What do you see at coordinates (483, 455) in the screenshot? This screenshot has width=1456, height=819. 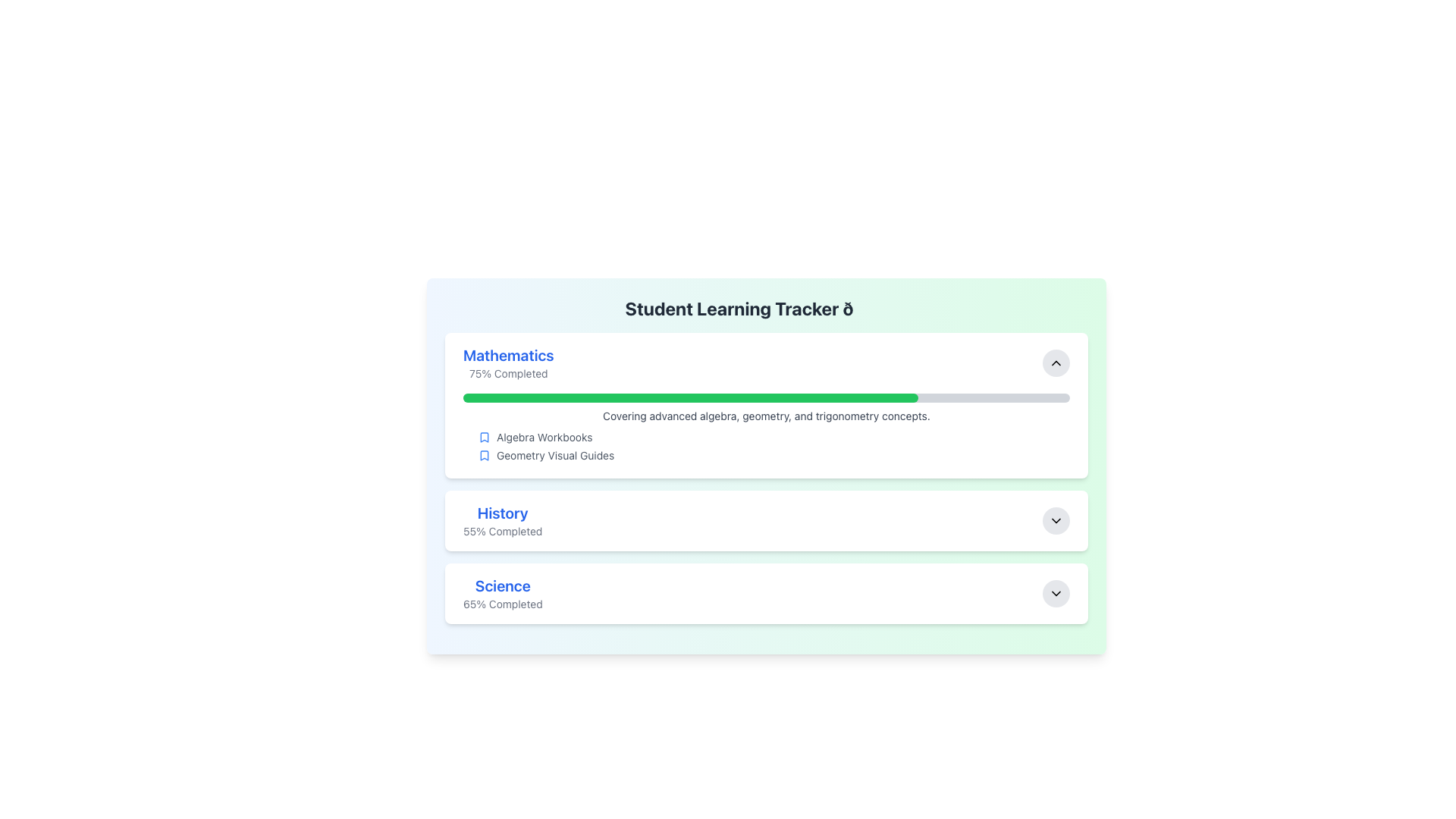 I see `the icon located to the left of the 'Geometry Visual Guides' label in the Mathematics section` at bounding box center [483, 455].